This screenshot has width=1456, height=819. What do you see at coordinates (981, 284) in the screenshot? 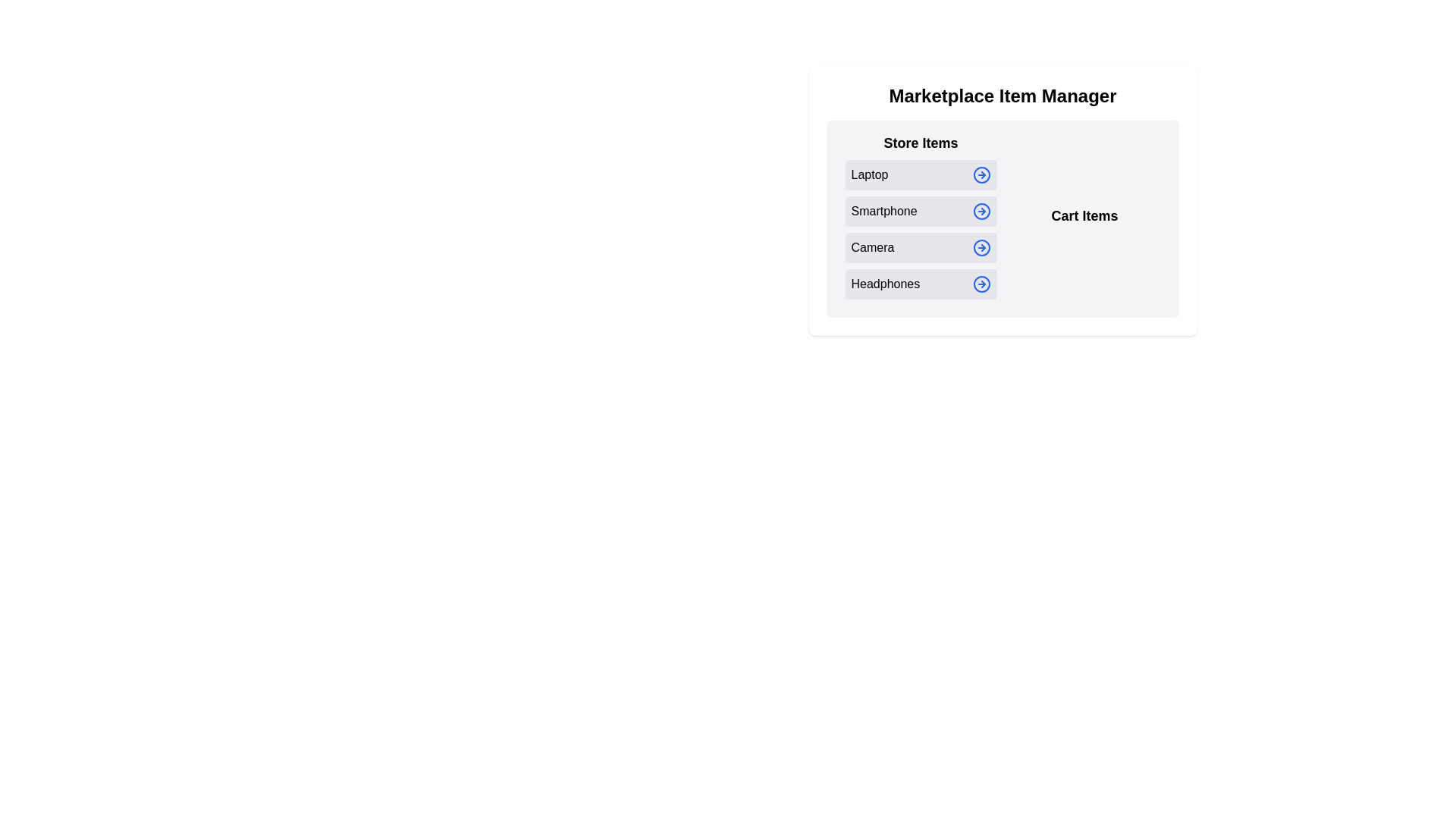
I see `arrow icon next to the item labeled Headphones to move it to the Cart Items section` at bounding box center [981, 284].